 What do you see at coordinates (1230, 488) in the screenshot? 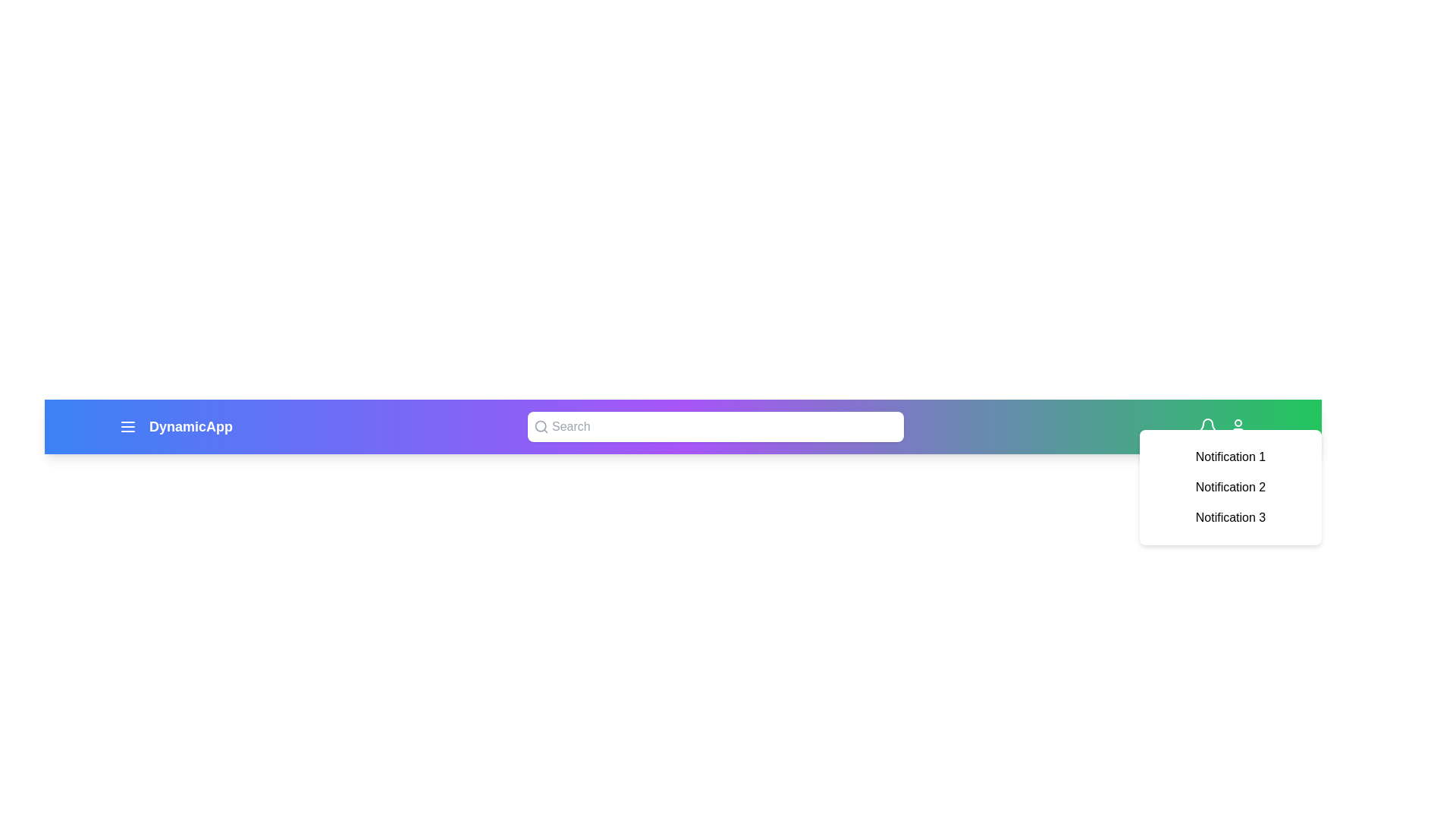
I see `the notification Notification 2 to view its details` at bounding box center [1230, 488].